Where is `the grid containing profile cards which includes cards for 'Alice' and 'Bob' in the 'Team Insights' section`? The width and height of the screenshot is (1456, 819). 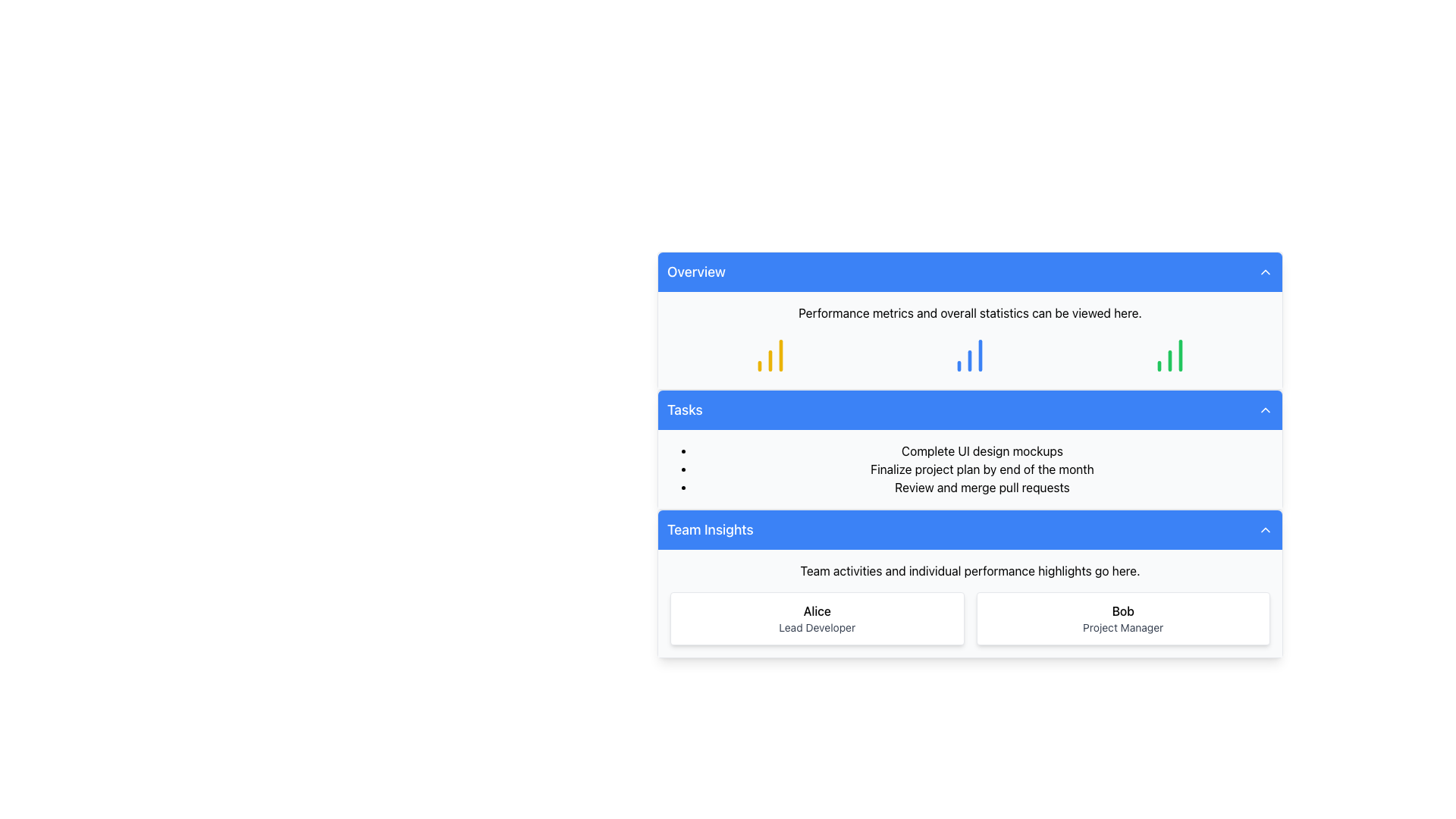
the grid containing profile cards which includes cards for 'Alice' and 'Bob' in the 'Team Insights' section is located at coordinates (969, 619).